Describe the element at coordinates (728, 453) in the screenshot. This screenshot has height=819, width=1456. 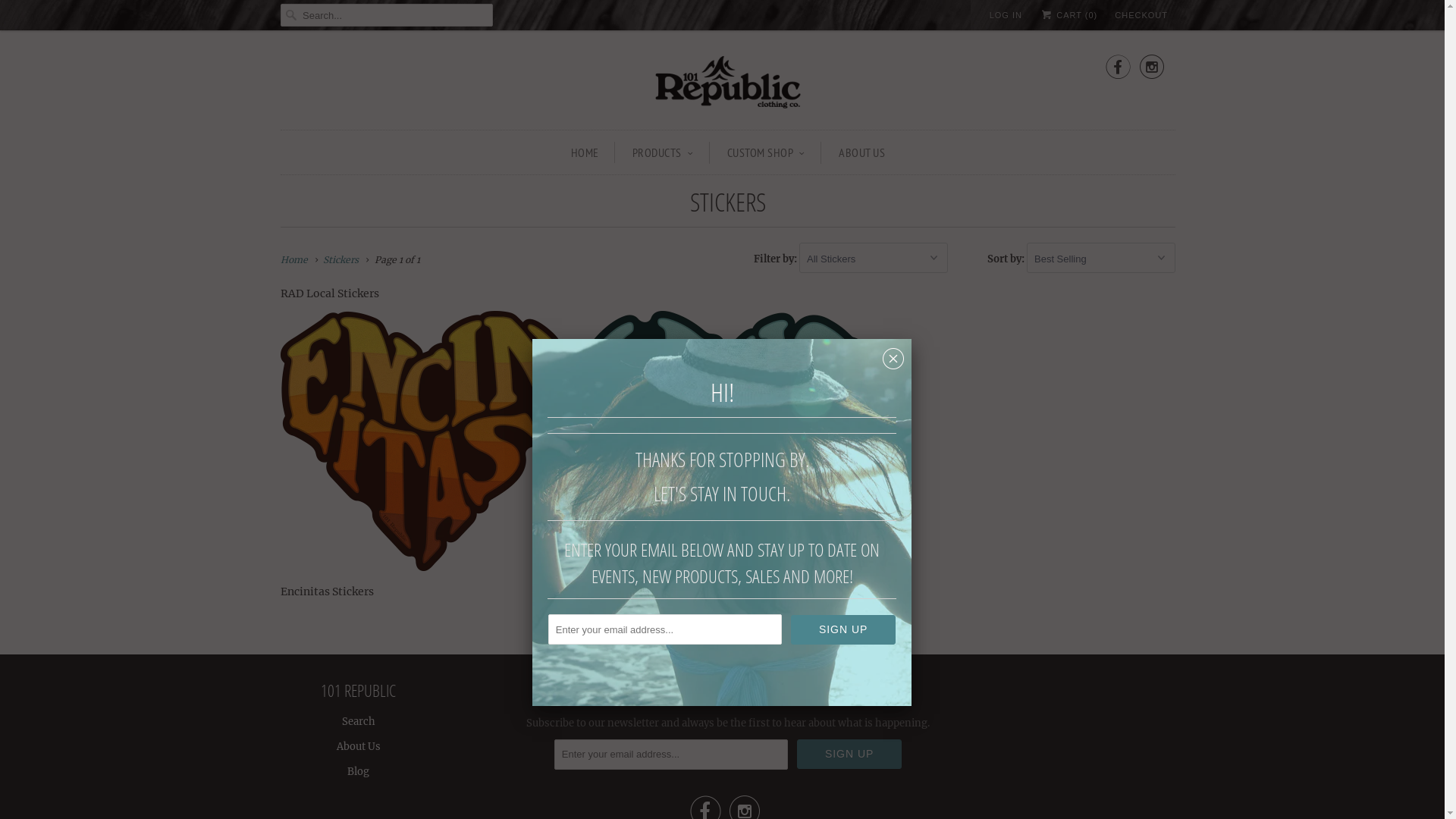
I see `'Leucadia Stickers` at that location.